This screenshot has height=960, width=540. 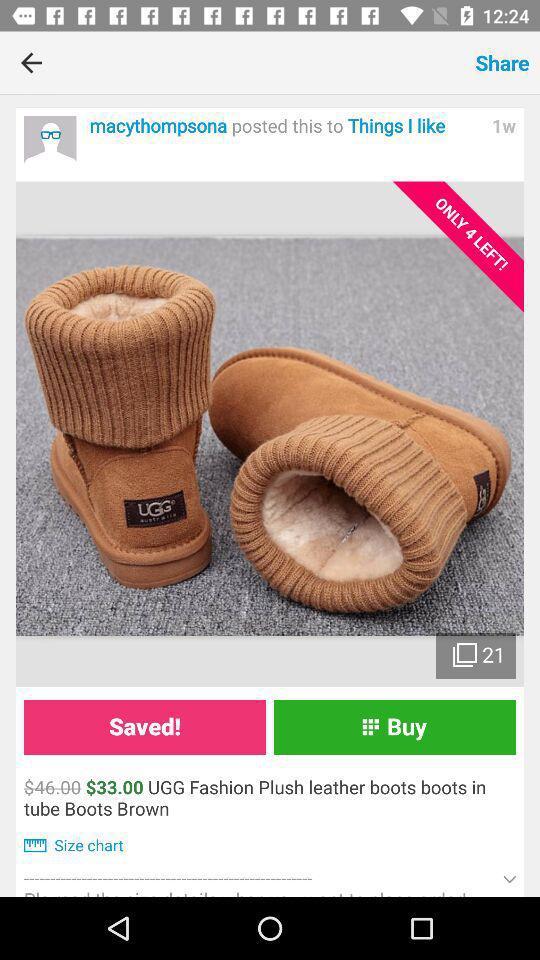 What do you see at coordinates (270, 434) in the screenshot?
I see `item is displayed` at bounding box center [270, 434].